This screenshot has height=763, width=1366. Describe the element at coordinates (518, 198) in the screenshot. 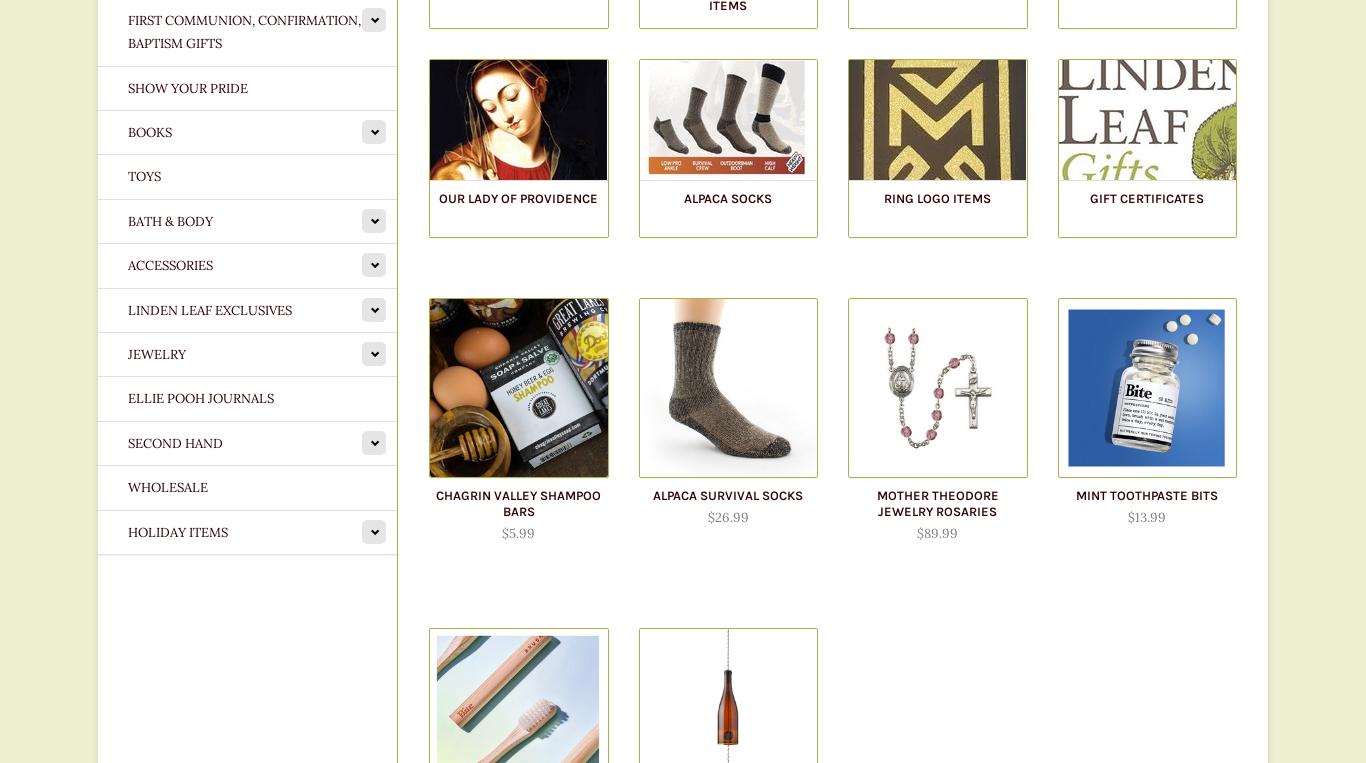

I see `'Our Lady of Providence'` at that location.